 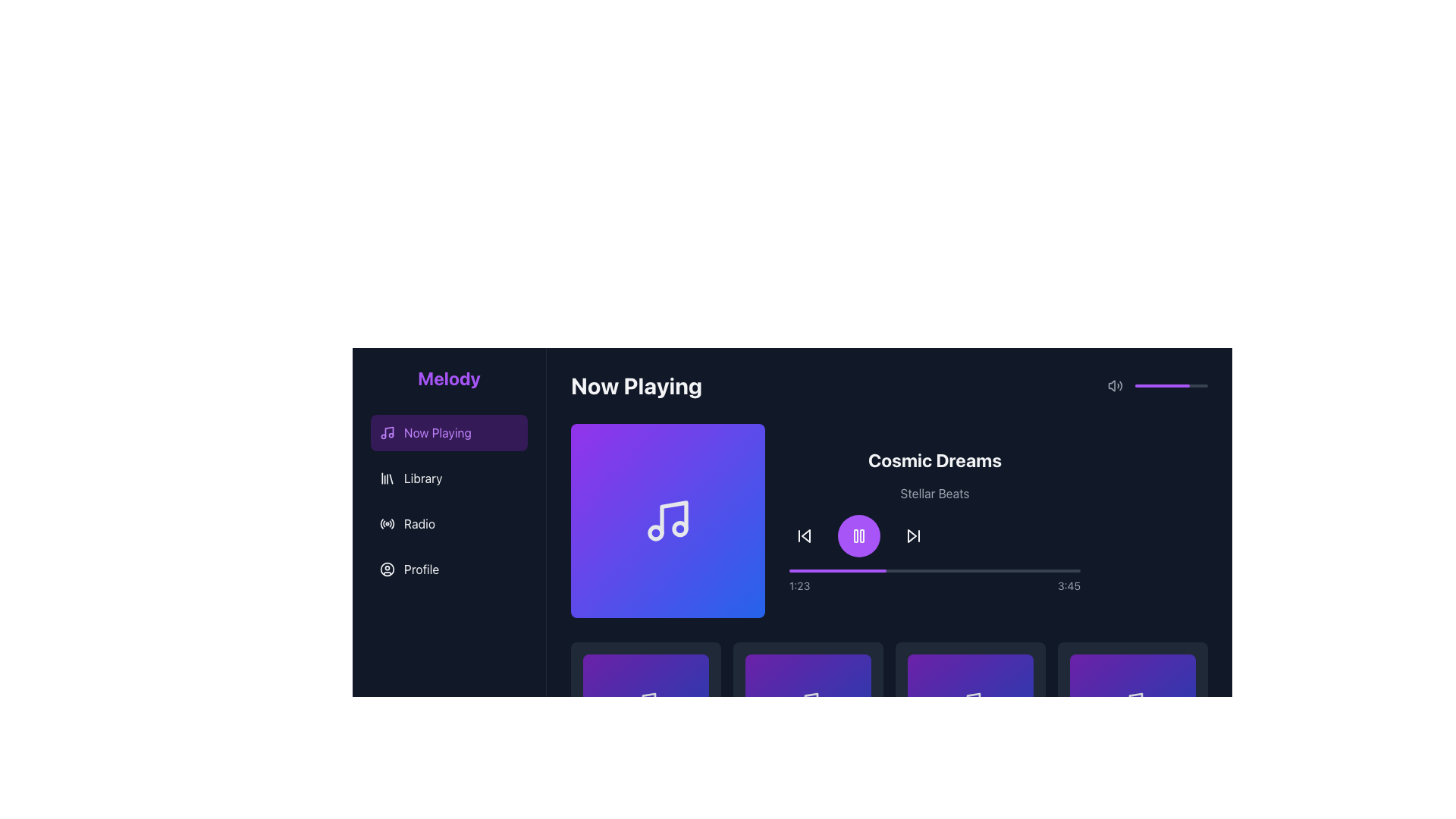 What do you see at coordinates (419, 522) in the screenshot?
I see `the 'Radio' text label within the navigation menu for accessibility purposes` at bounding box center [419, 522].